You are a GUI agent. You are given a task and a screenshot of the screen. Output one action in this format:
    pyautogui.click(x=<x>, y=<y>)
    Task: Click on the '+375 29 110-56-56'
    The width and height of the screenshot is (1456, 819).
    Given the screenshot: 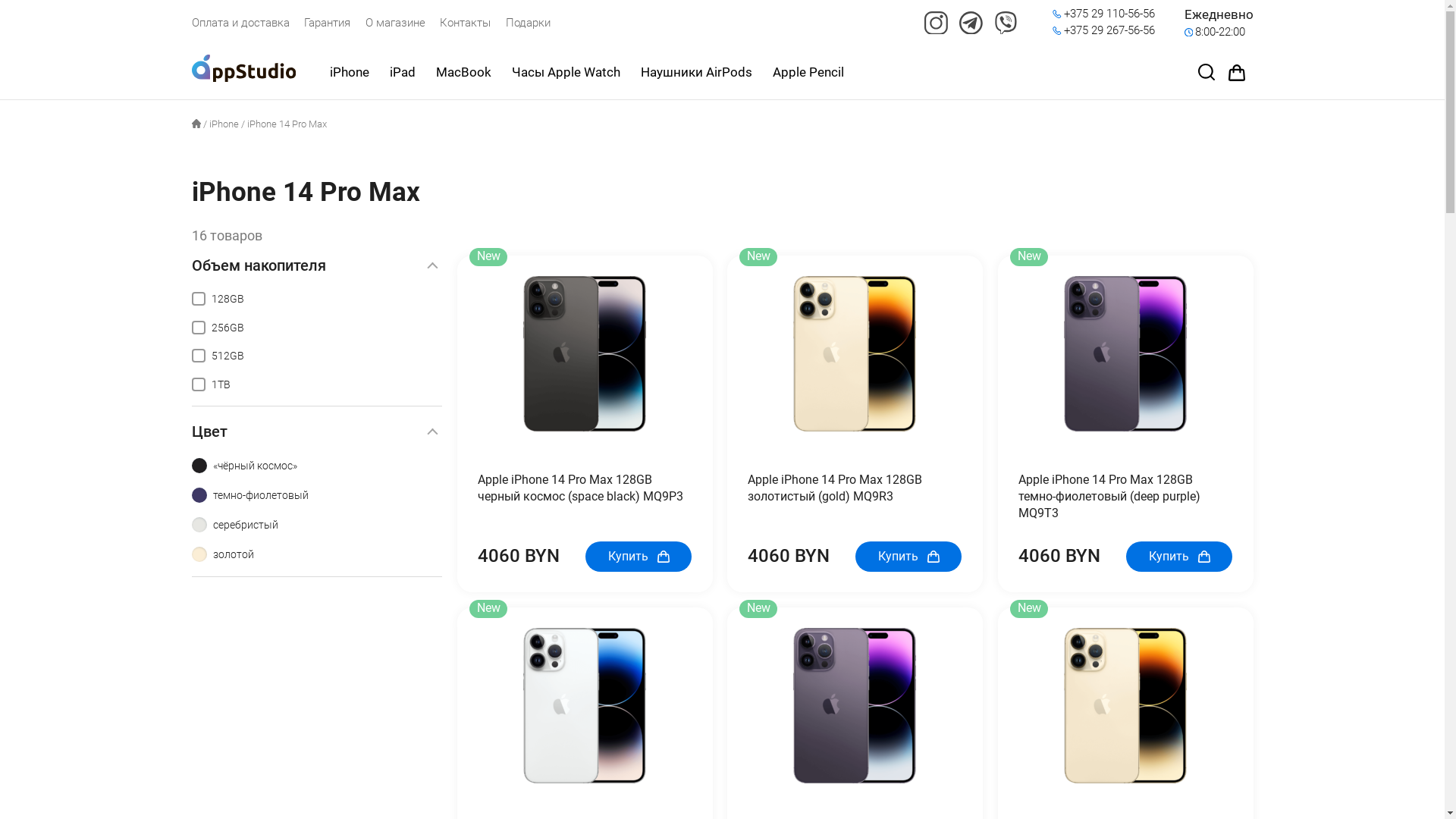 What is the action you would take?
    pyautogui.click(x=1109, y=14)
    